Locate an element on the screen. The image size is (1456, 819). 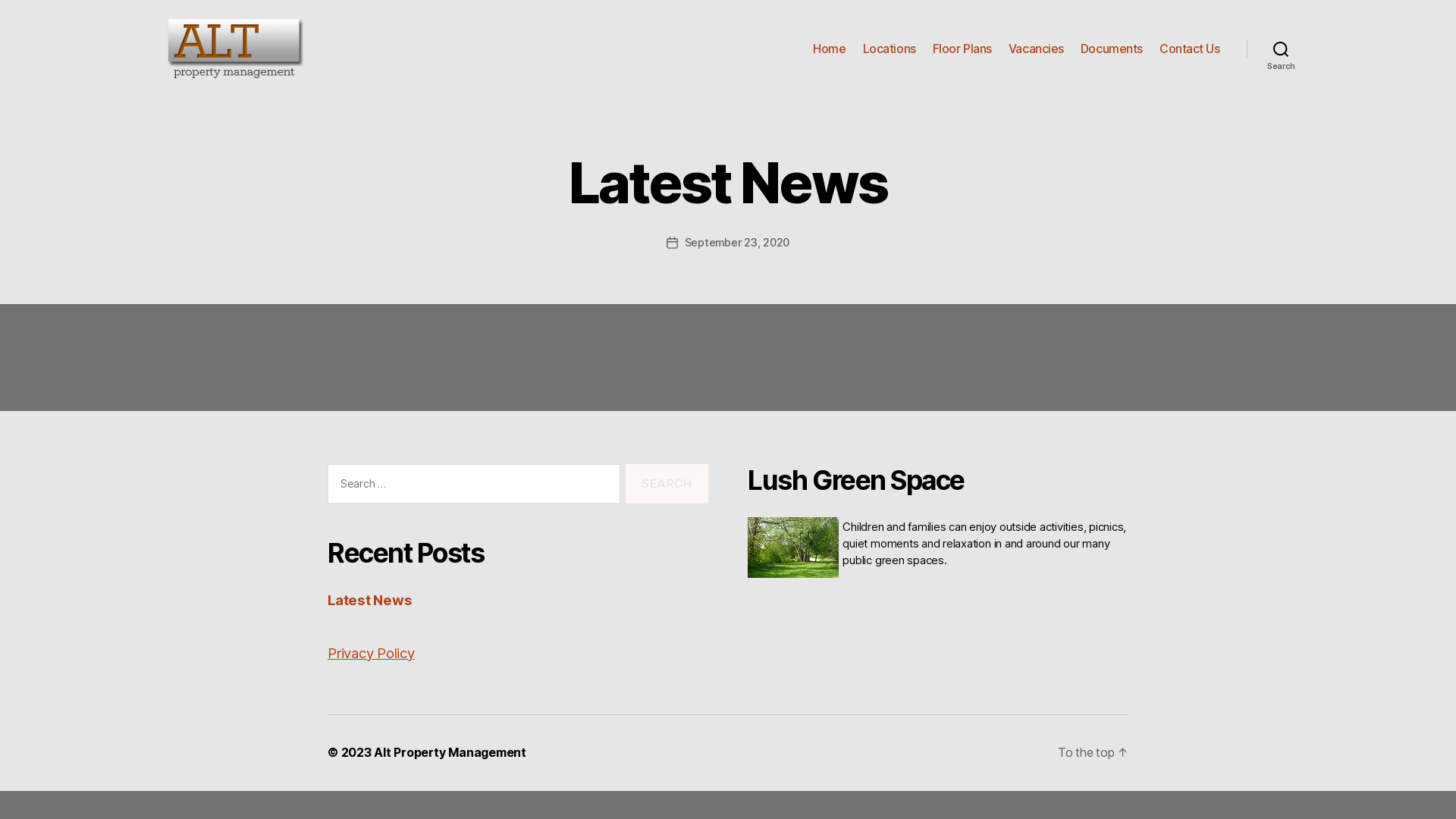
'Latest News' is located at coordinates (327, 598).